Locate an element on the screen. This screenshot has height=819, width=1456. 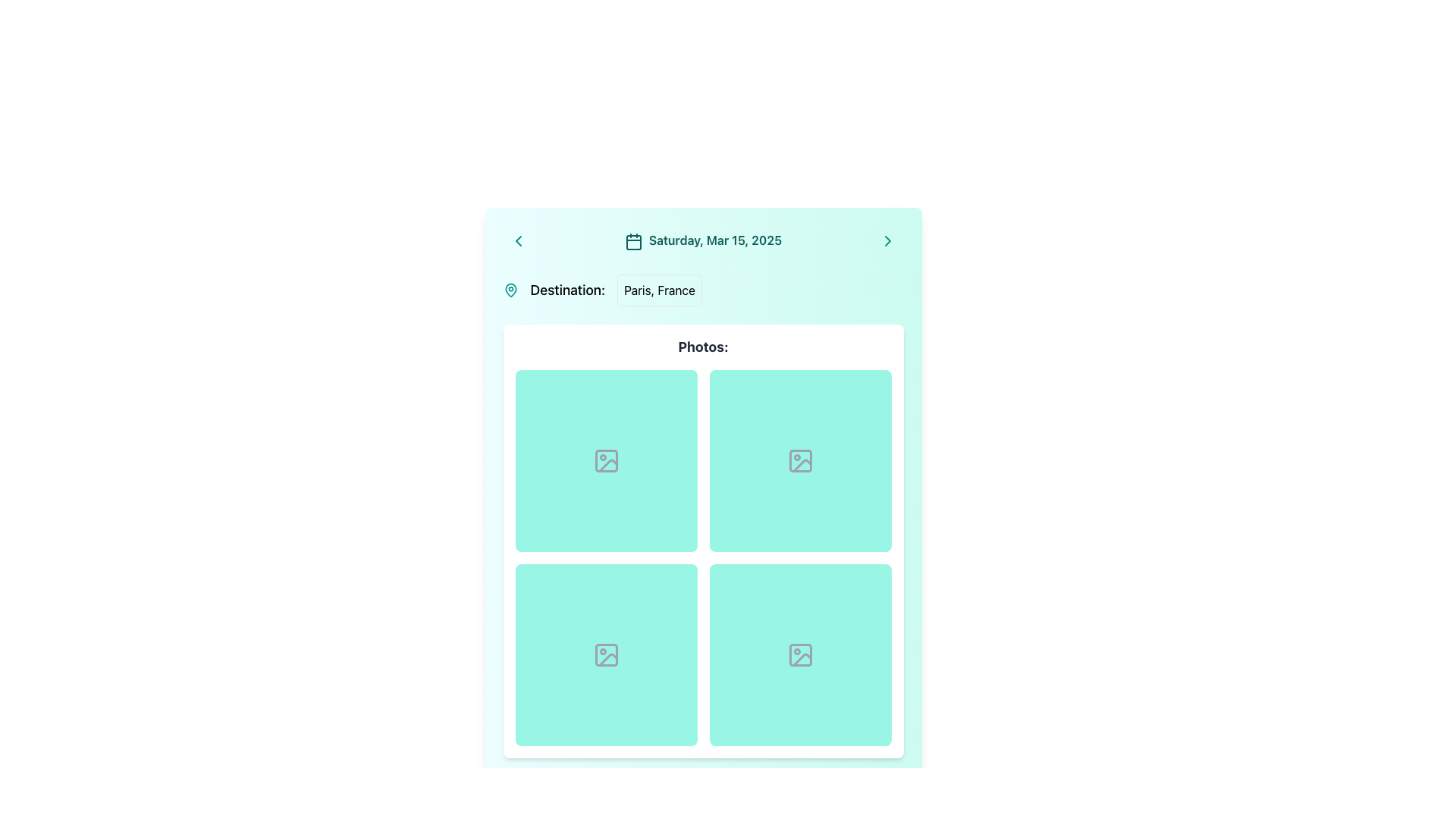
the static icon representing an empty or default image slot located in the top row, second column of a 2x2 grid layout within the photo display section is located at coordinates (799, 460).